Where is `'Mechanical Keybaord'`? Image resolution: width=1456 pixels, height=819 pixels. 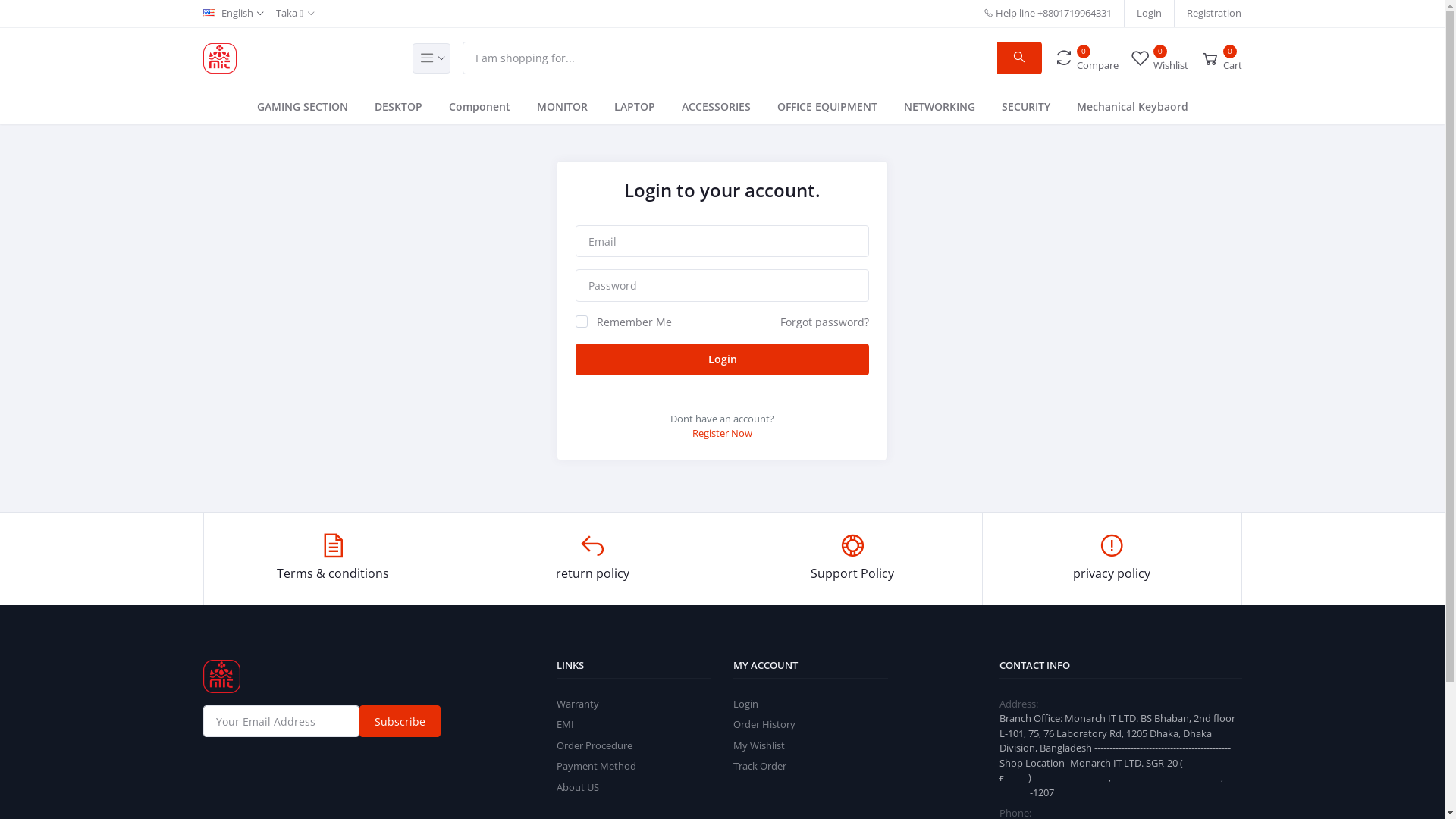 'Mechanical Keybaord' is located at coordinates (1132, 105).